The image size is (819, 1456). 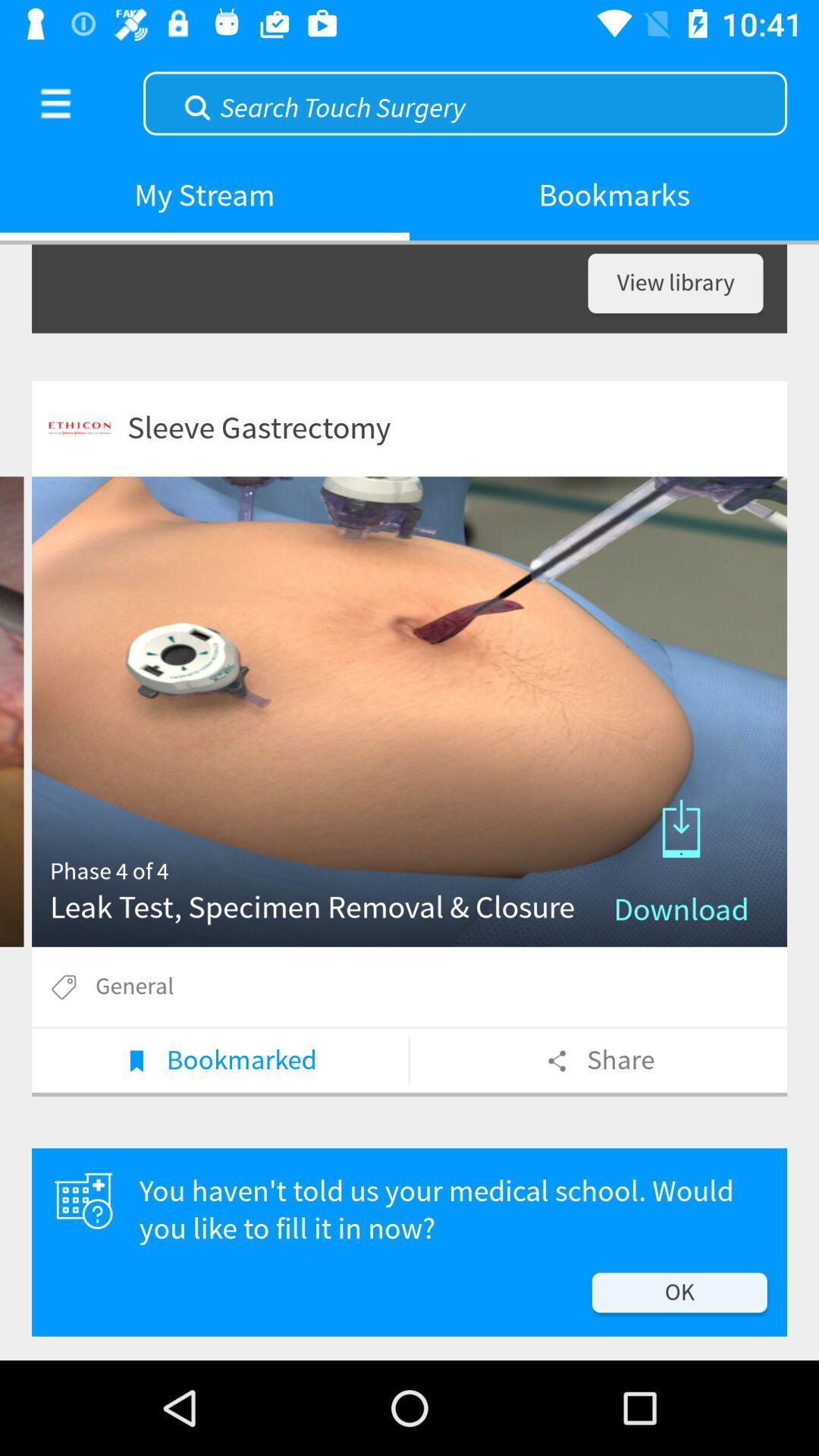 What do you see at coordinates (679, 1291) in the screenshot?
I see `the icon below you haven t item` at bounding box center [679, 1291].